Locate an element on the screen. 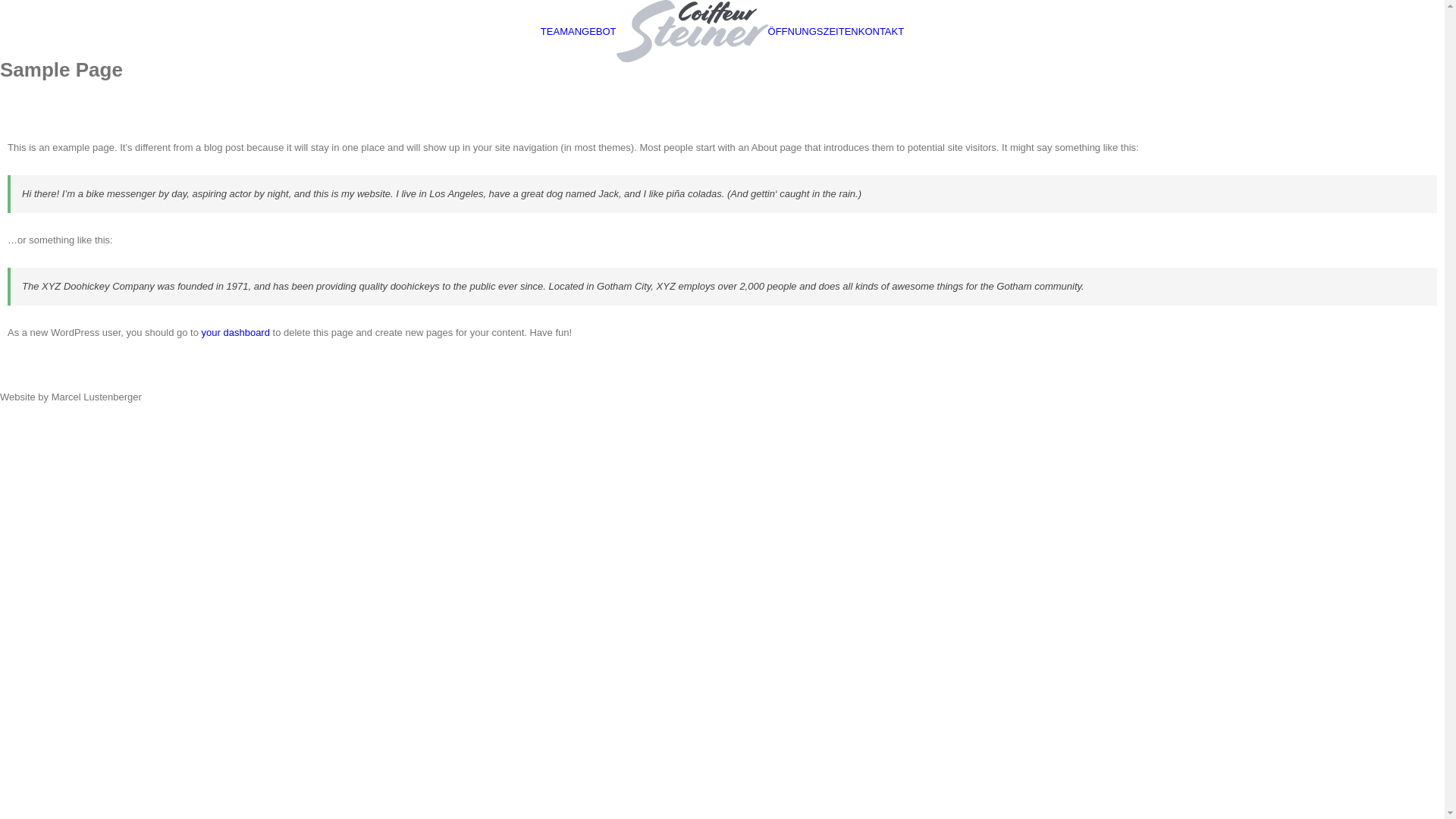 The height and width of the screenshot is (819, 1456). 'KONTAKT' is located at coordinates (880, 30).